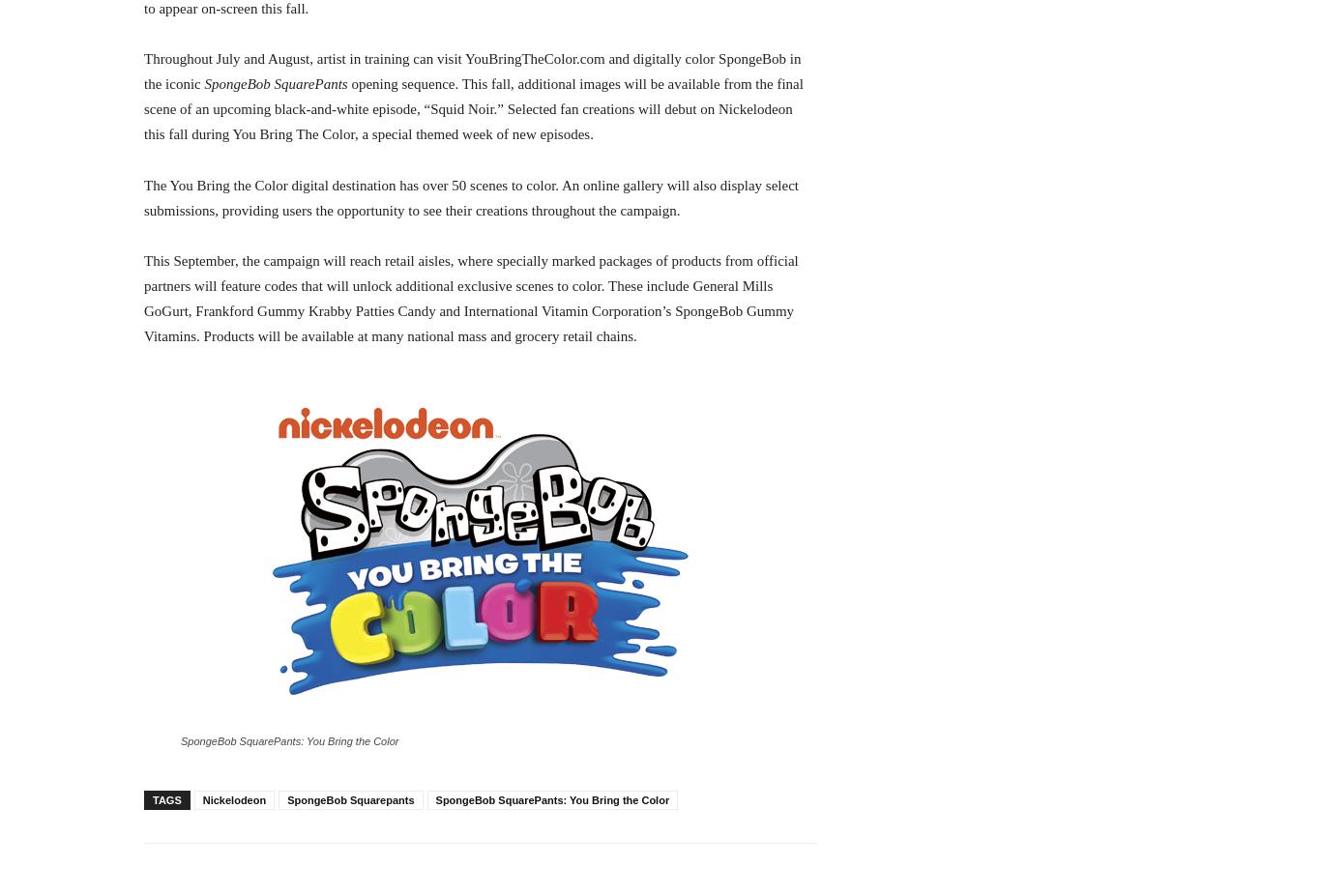 This screenshot has height=896, width=1321. What do you see at coordinates (349, 799) in the screenshot?
I see `'SpongeBob Squarepants'` at bounding box center [349, 799].